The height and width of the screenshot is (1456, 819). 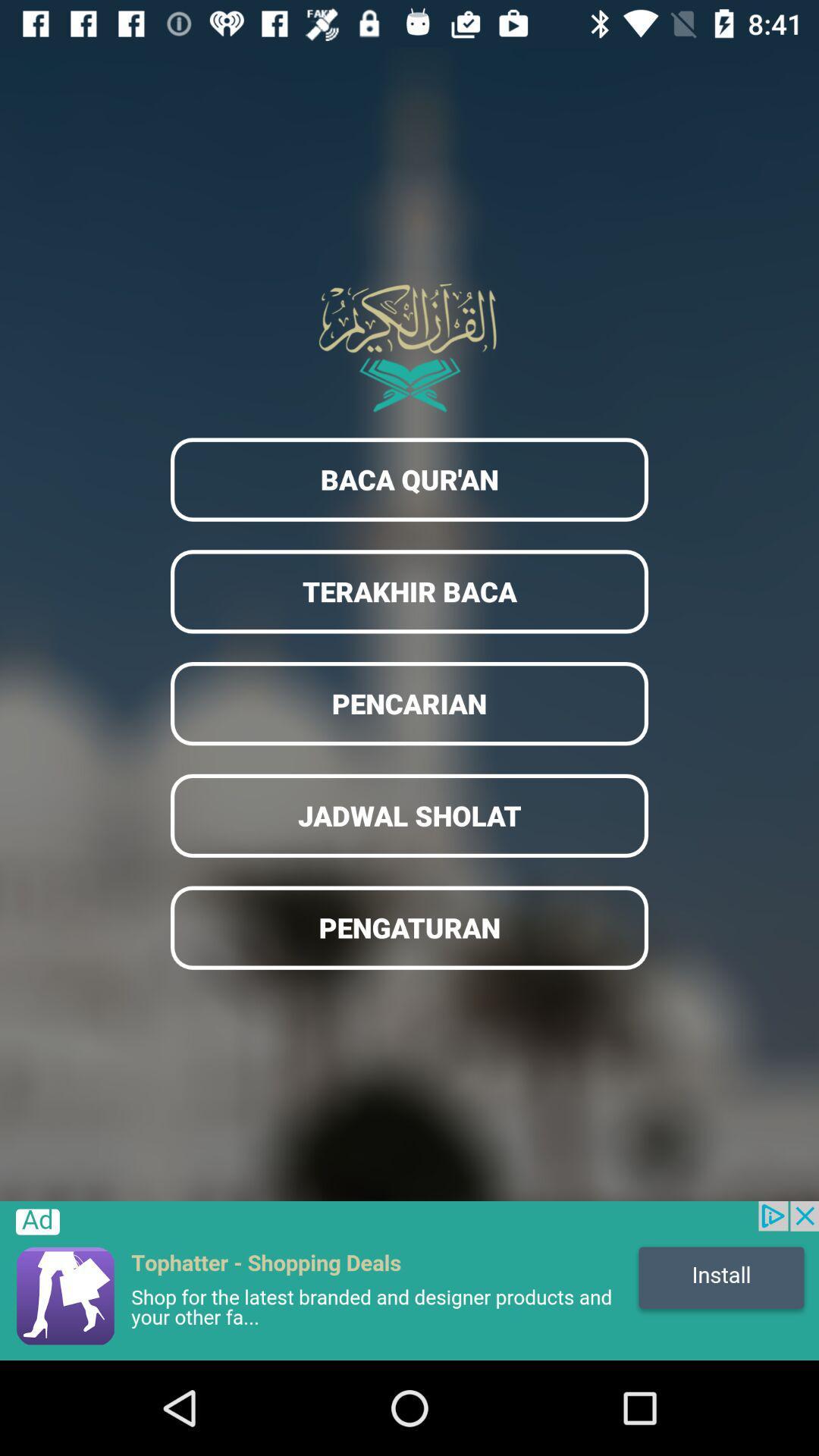 I want to click on advertisement website, so click(x=409, y=1280).